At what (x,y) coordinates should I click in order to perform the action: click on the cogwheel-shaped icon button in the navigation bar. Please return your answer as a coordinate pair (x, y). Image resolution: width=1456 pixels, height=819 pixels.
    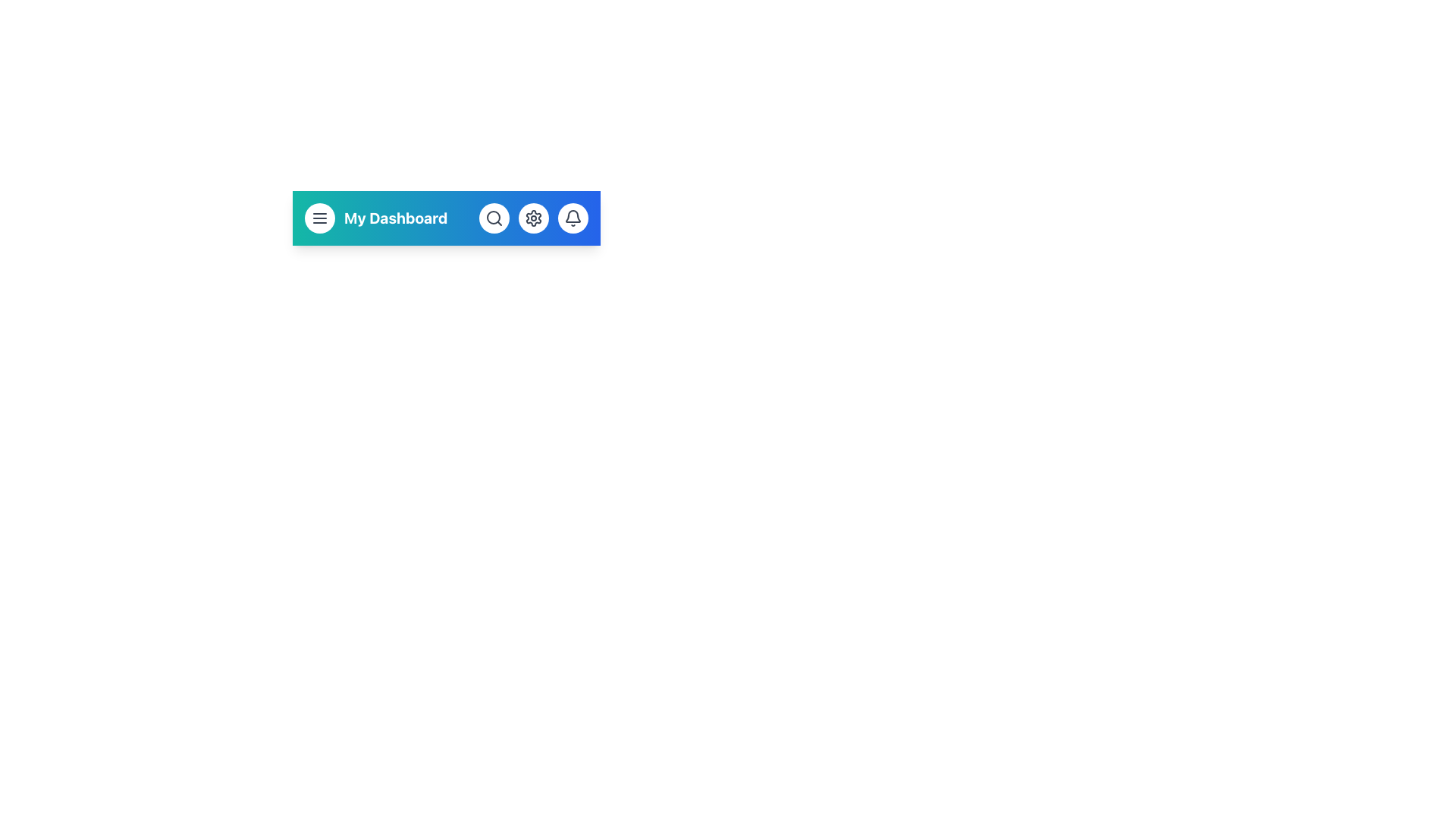
    Looking at the image, I should click on (534, 218).